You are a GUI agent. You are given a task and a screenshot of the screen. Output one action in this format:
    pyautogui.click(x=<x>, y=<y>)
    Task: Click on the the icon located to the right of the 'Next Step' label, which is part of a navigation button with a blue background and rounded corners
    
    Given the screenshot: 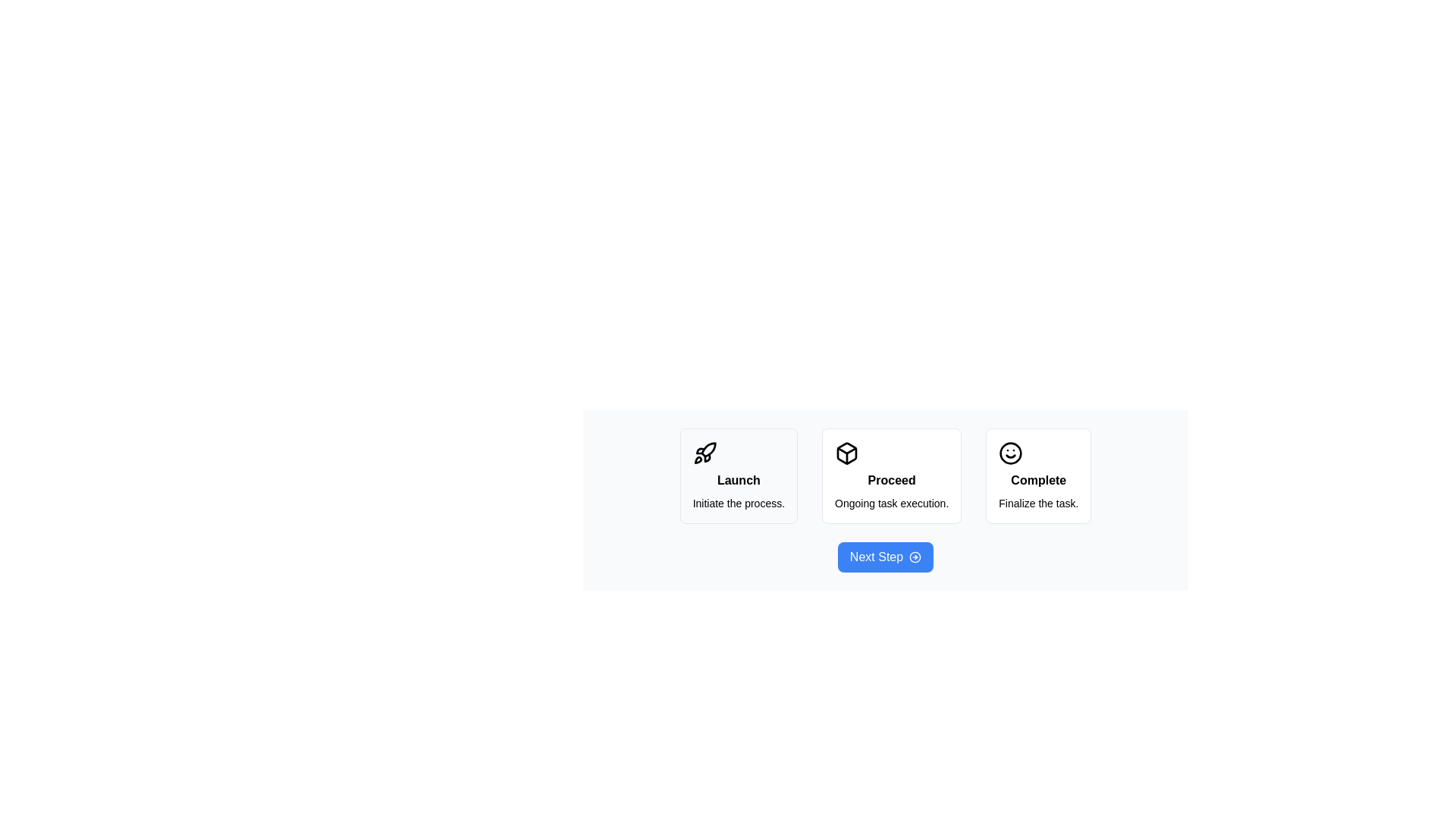 What is the action you would take?
    pyautogui.click(x=915, y=557)
    